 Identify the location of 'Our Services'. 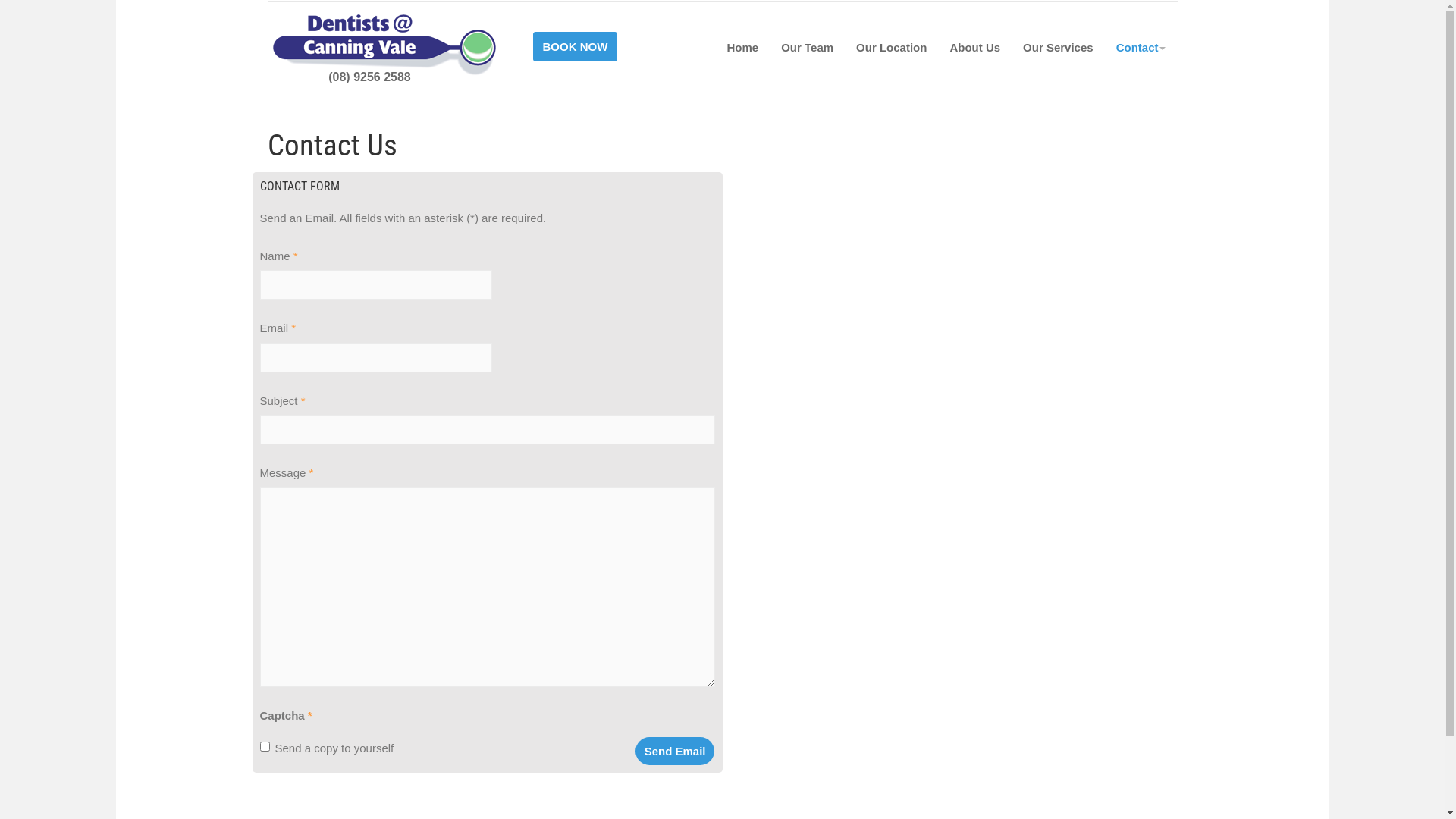
(1012, 45).